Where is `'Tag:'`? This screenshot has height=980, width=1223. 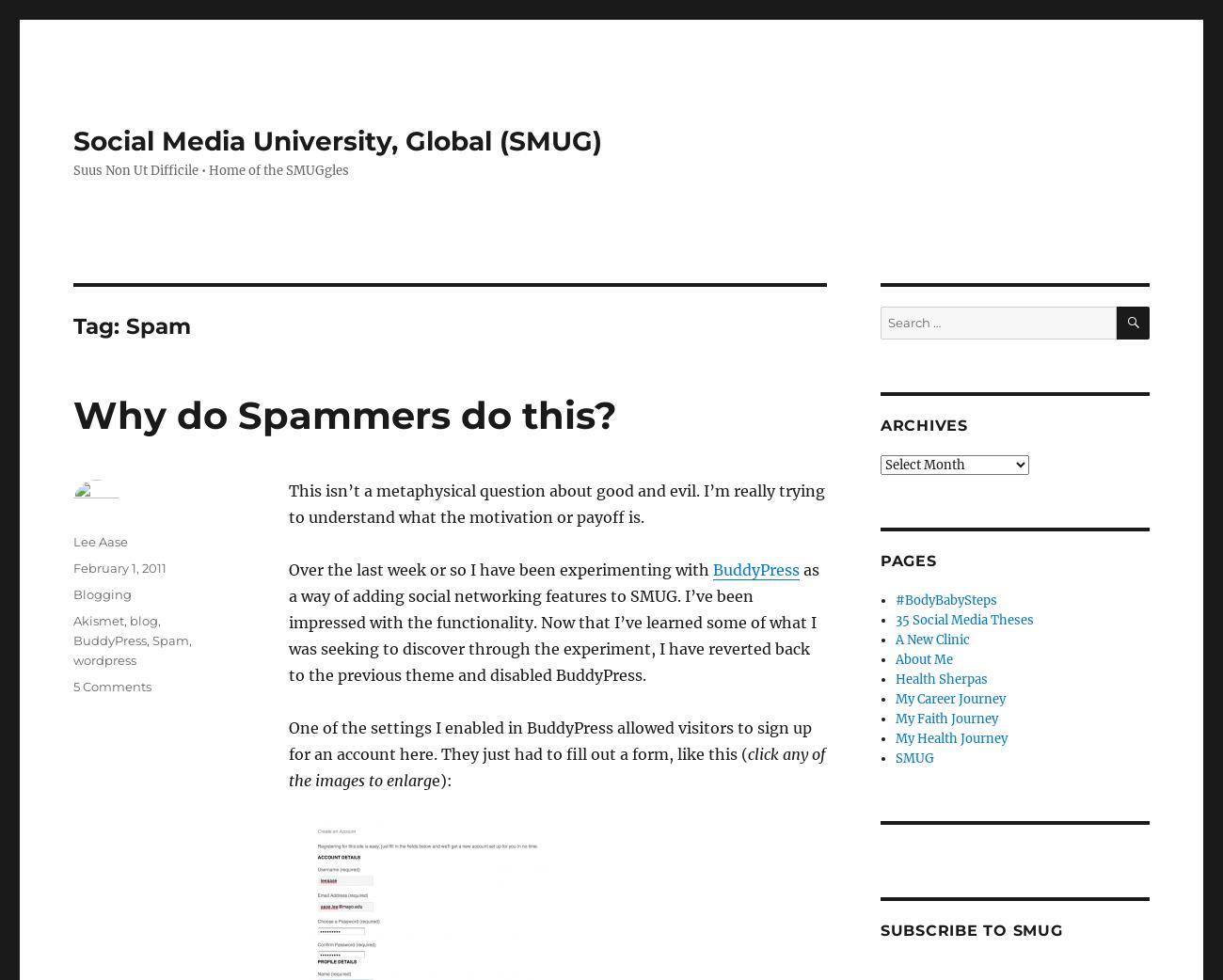 'Tag:' is located at coordinates (99, 325).